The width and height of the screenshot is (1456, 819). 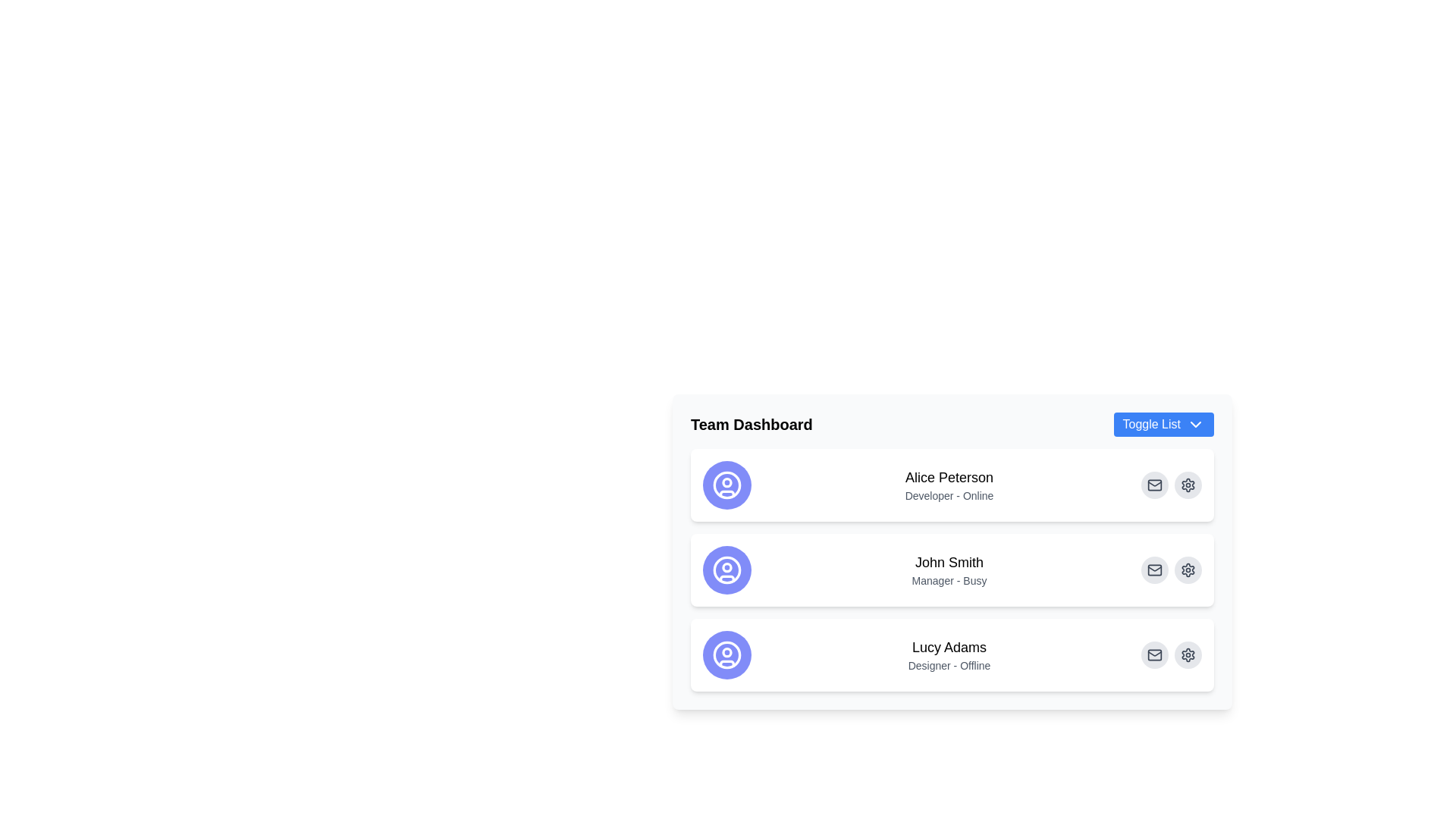 What do you see at coordinates (1195, 424) in the screenshot?
I see `the small triangular drop-down icon located to the right of the 'Toggle List' button in the upper-right corner of the content area` at bounding box center [1195, 424].